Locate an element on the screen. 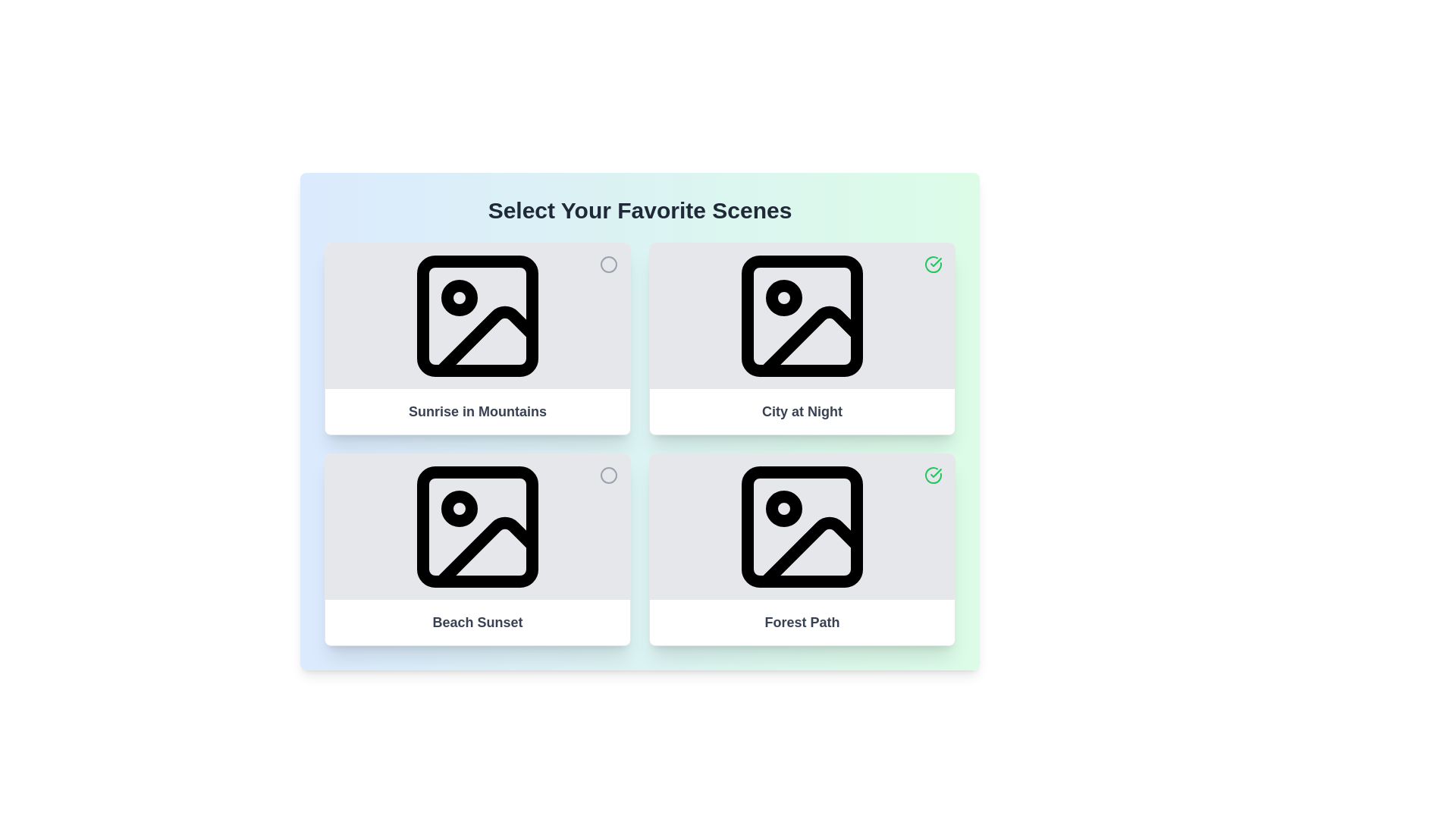  the media item City at Night is located at coordinates (932, 263).